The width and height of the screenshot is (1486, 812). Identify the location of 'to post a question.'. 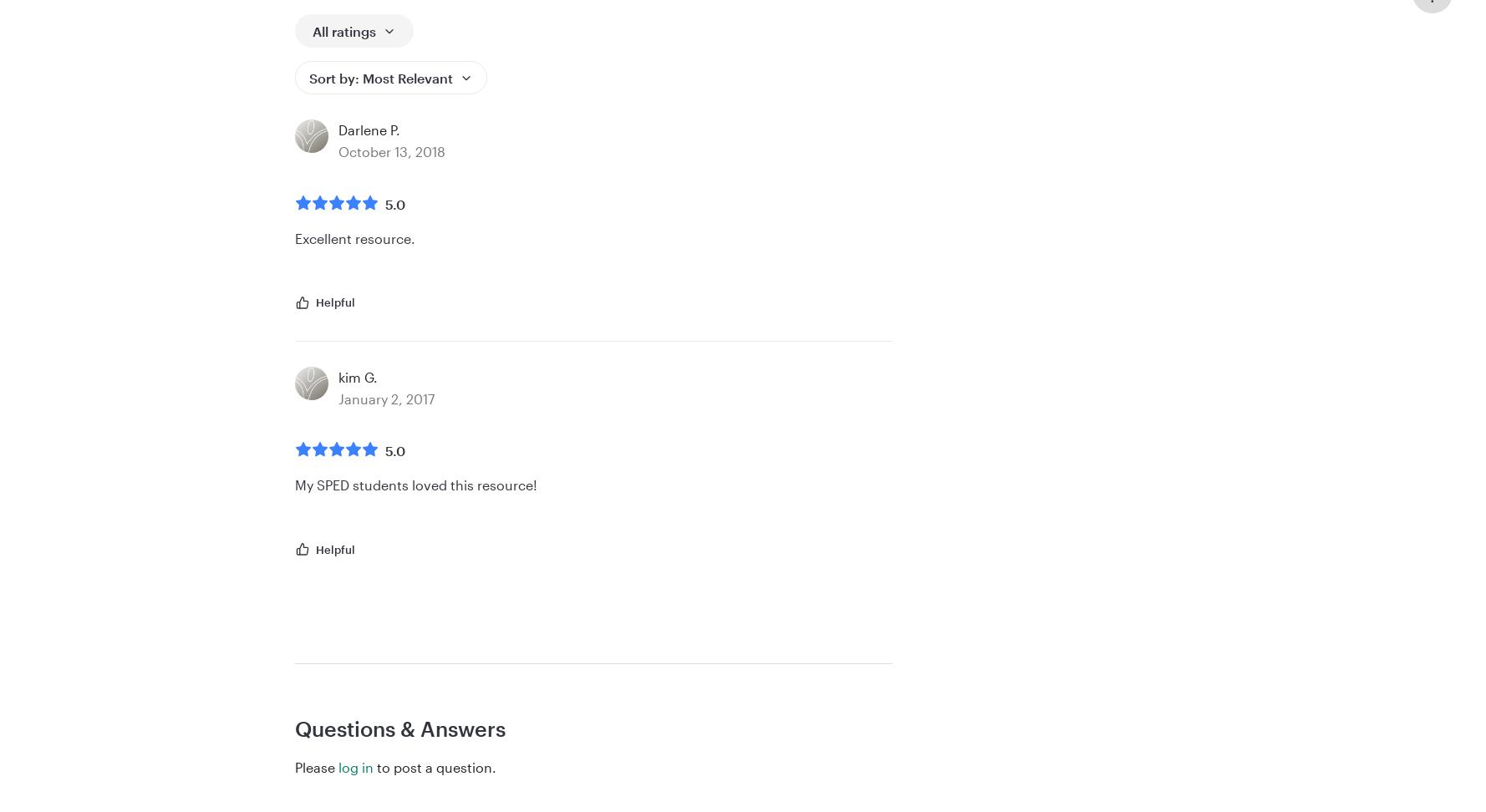
(435, 765).